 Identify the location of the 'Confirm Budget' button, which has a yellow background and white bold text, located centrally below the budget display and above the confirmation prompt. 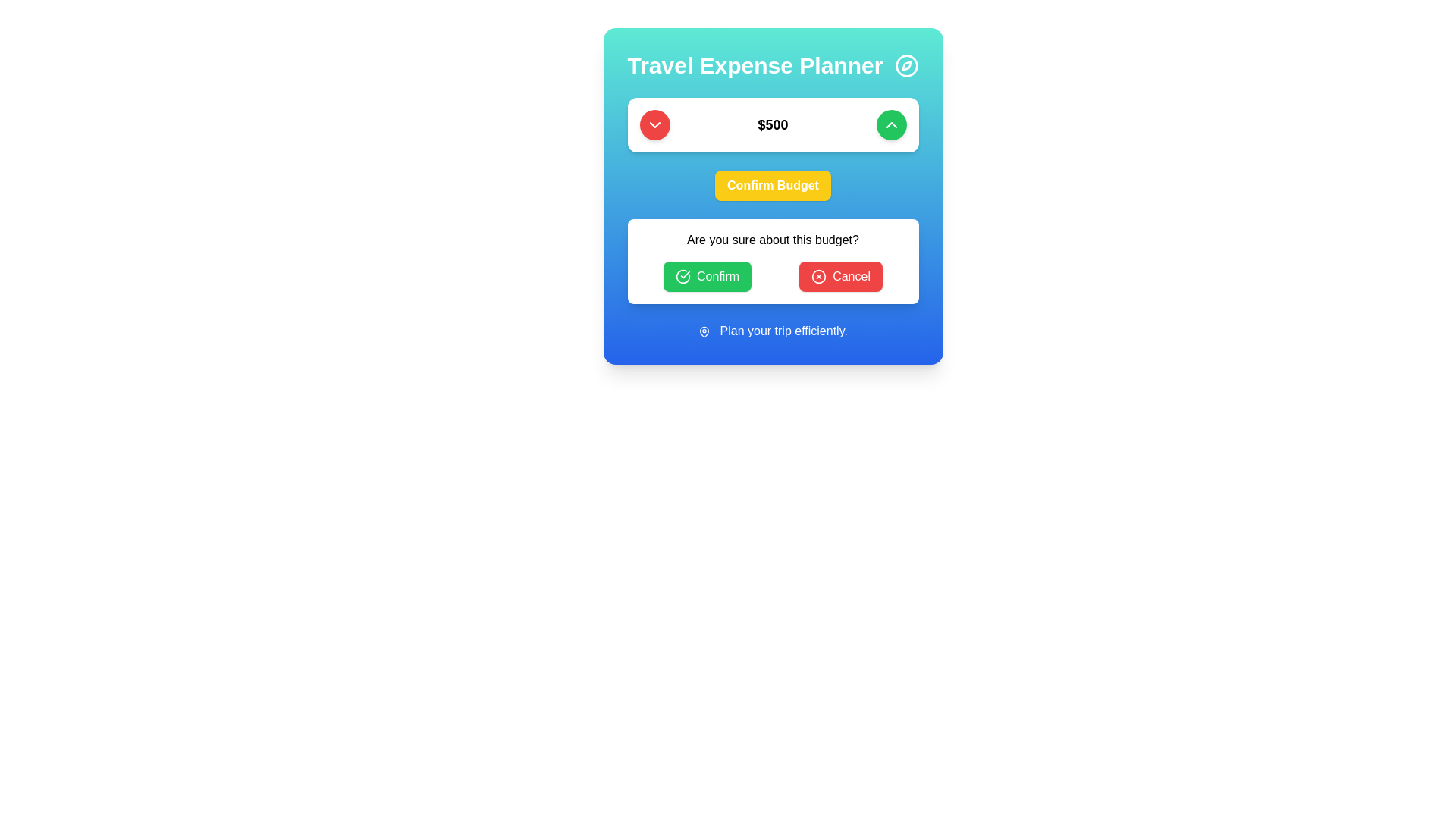
(773, 195).